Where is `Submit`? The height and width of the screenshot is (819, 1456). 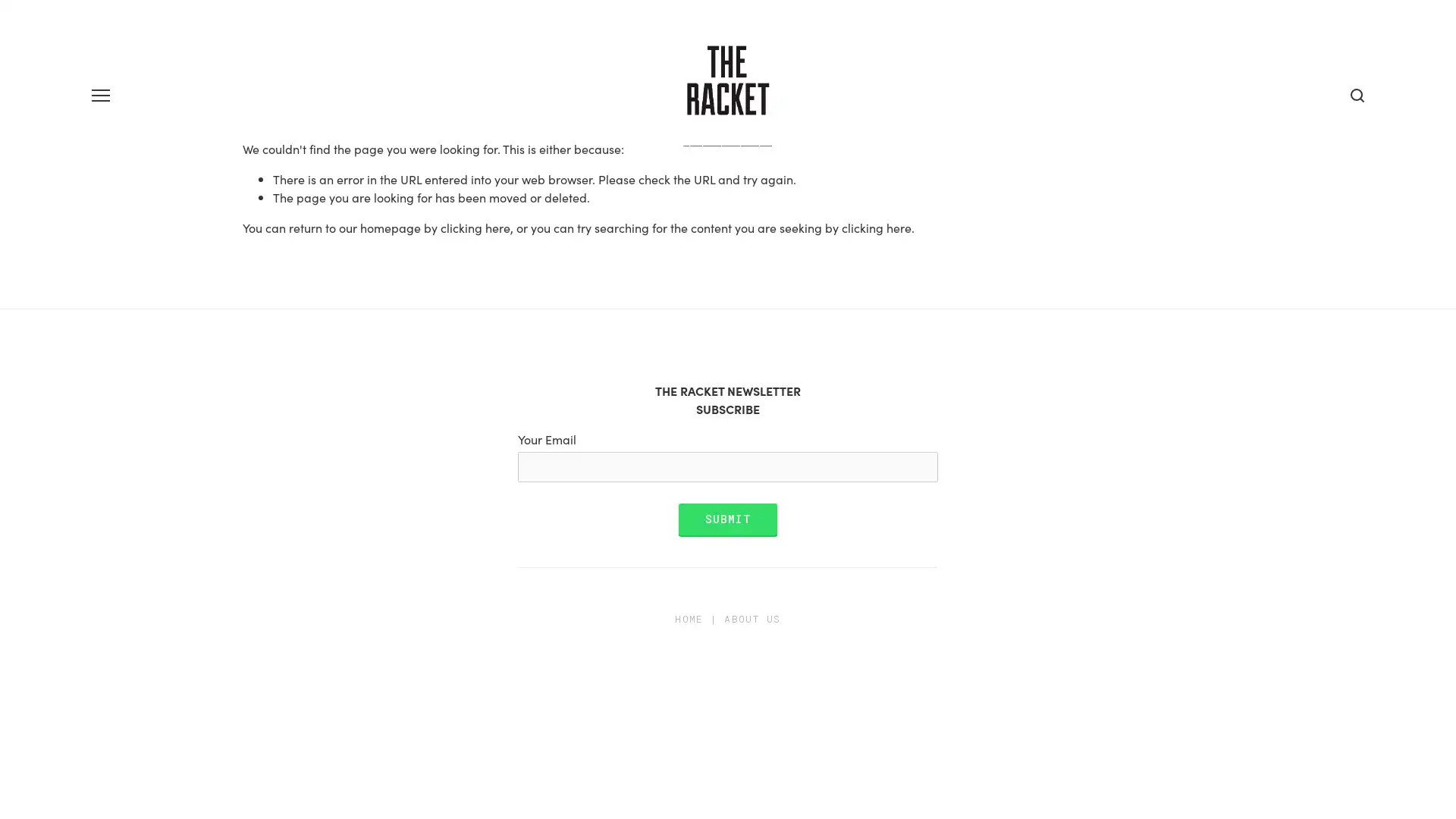
Submit is located at coordinates (726, 570).